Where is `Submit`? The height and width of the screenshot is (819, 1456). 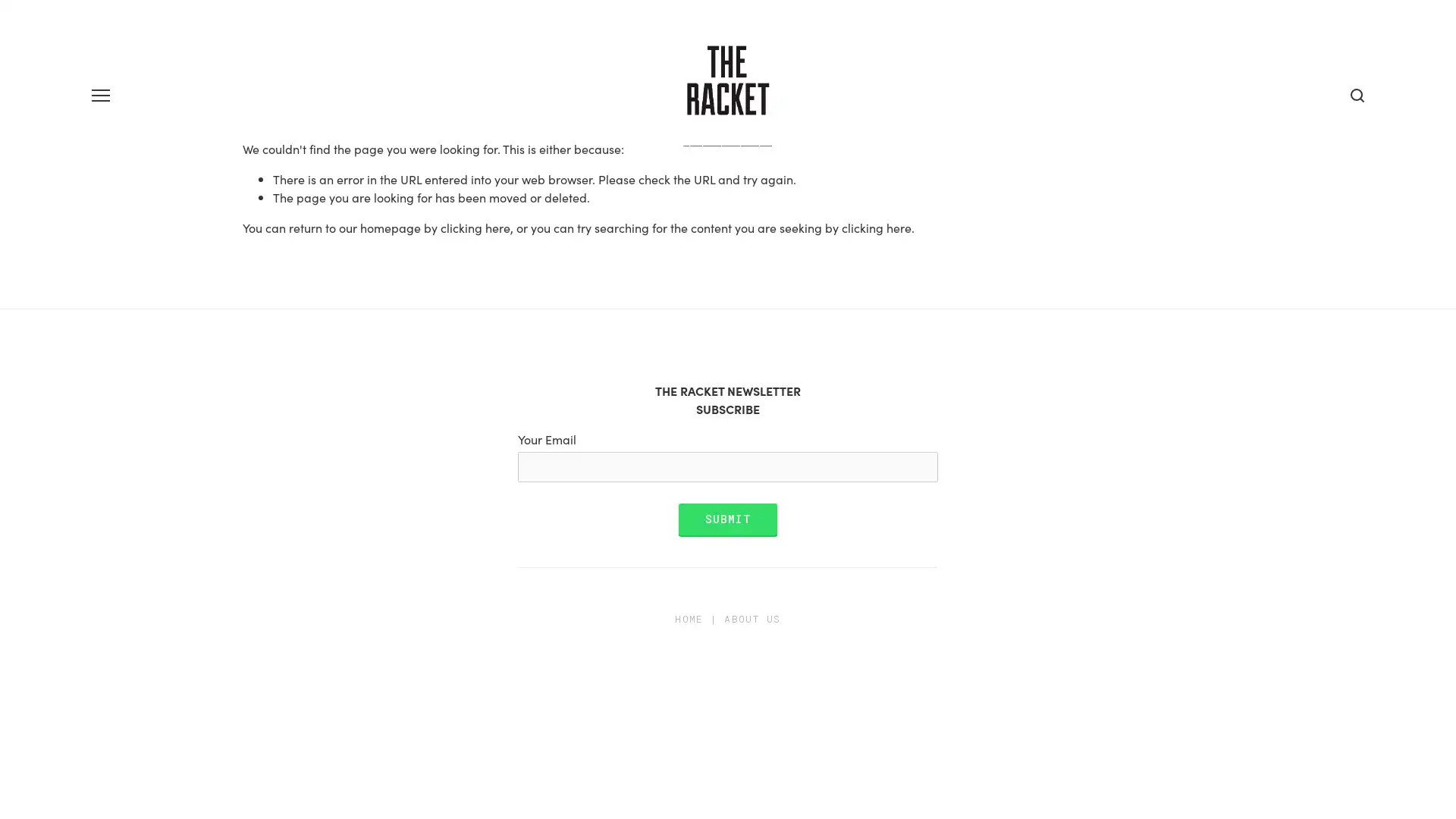
Submit is located at coordinates (726, 570).